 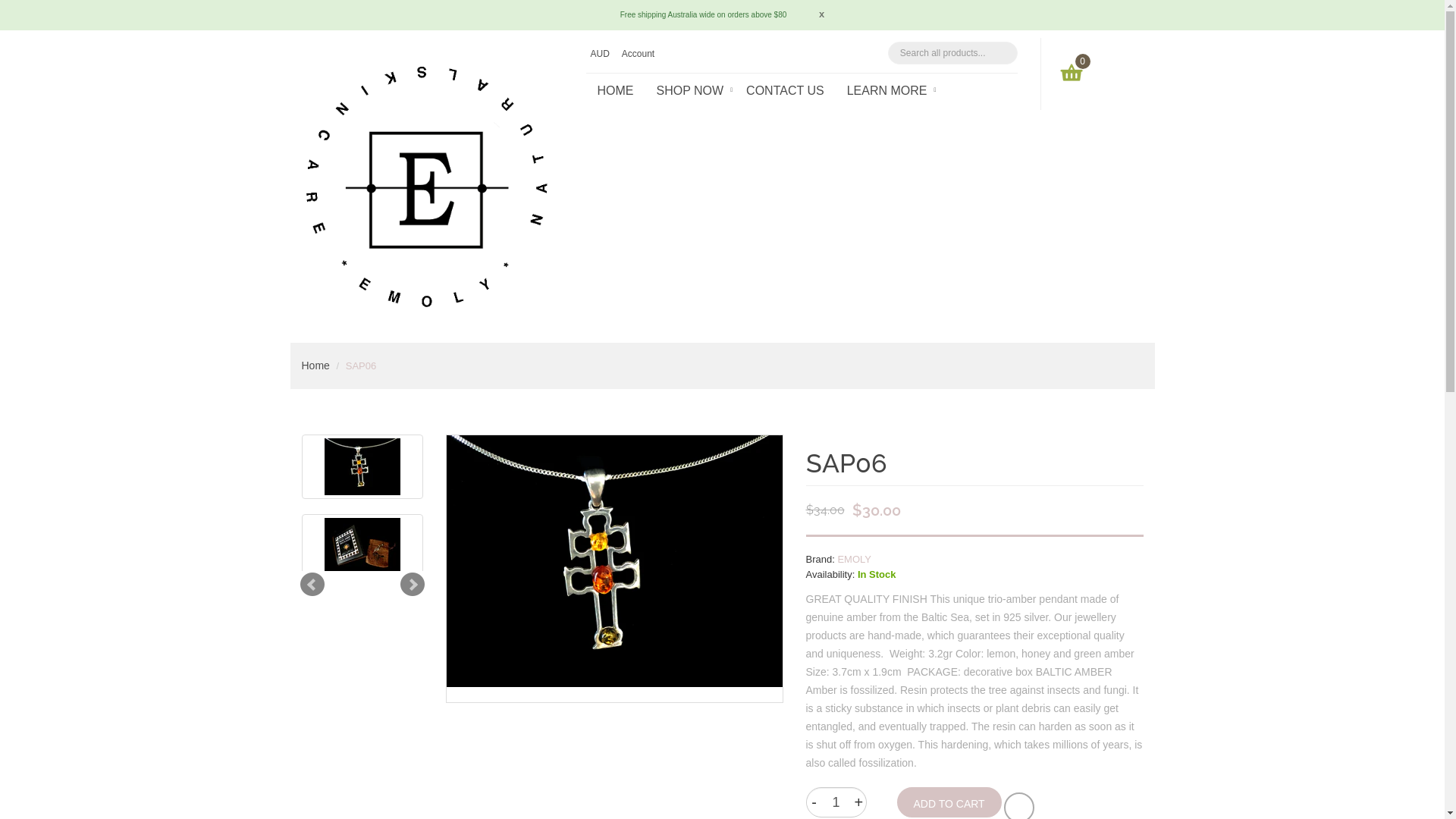 What do you see at coordinates (639, 53) in the screenshot?
I see `'Account'` at bounding box center [639, 53].